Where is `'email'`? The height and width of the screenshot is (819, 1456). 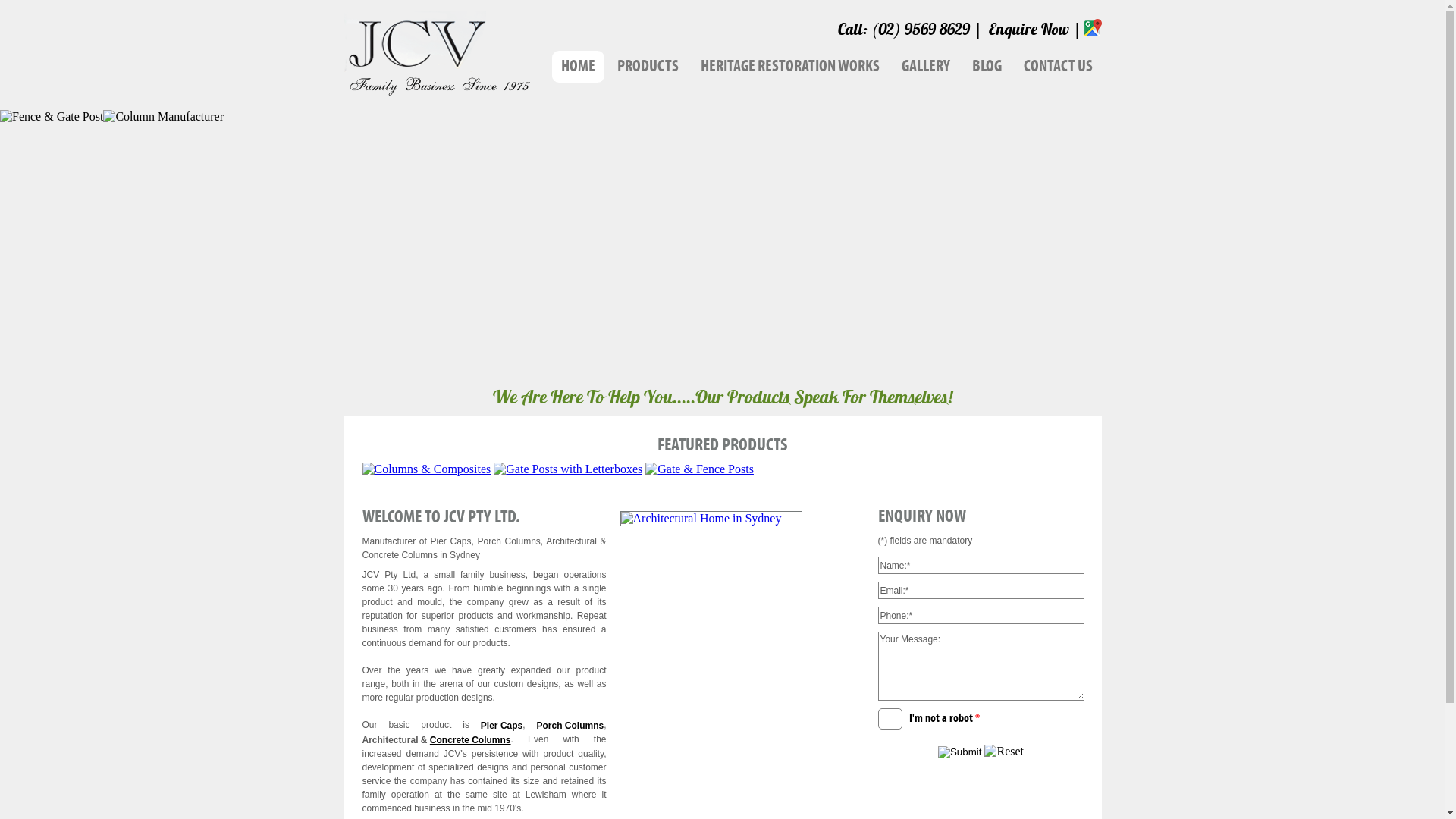 'email' is located at coordinates (981, 589).